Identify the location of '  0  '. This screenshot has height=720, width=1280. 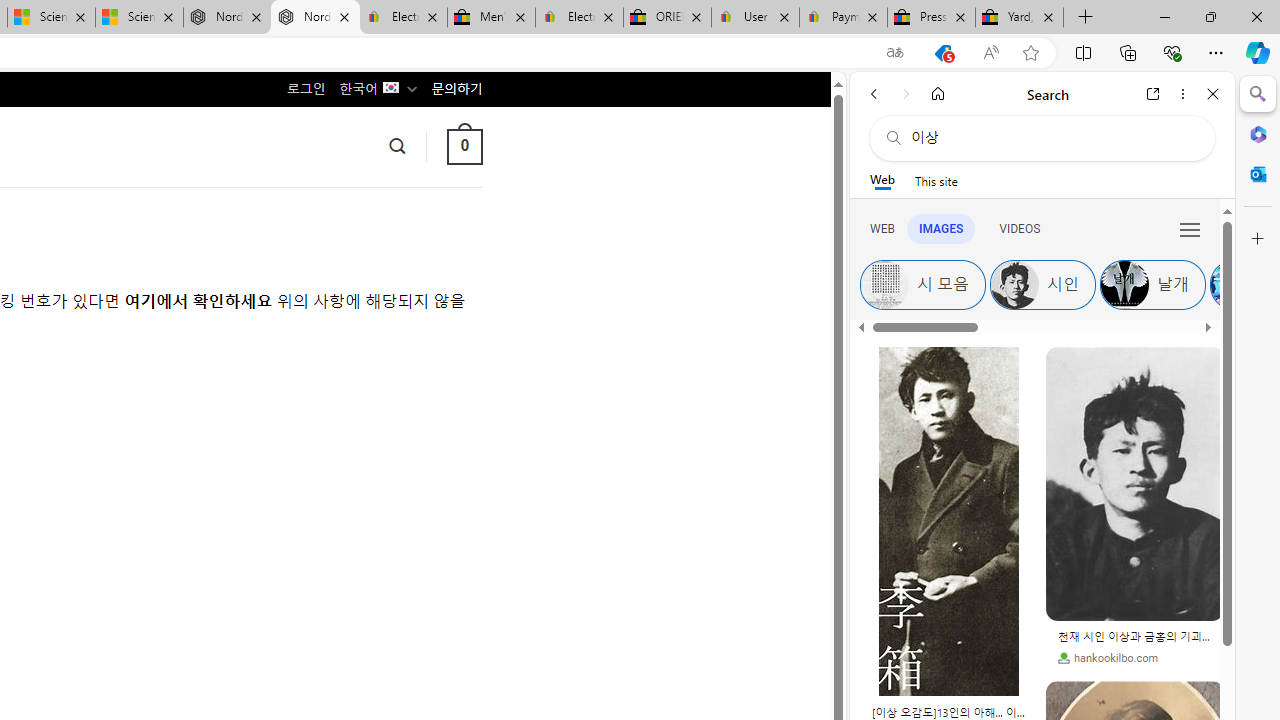
(463, 145).